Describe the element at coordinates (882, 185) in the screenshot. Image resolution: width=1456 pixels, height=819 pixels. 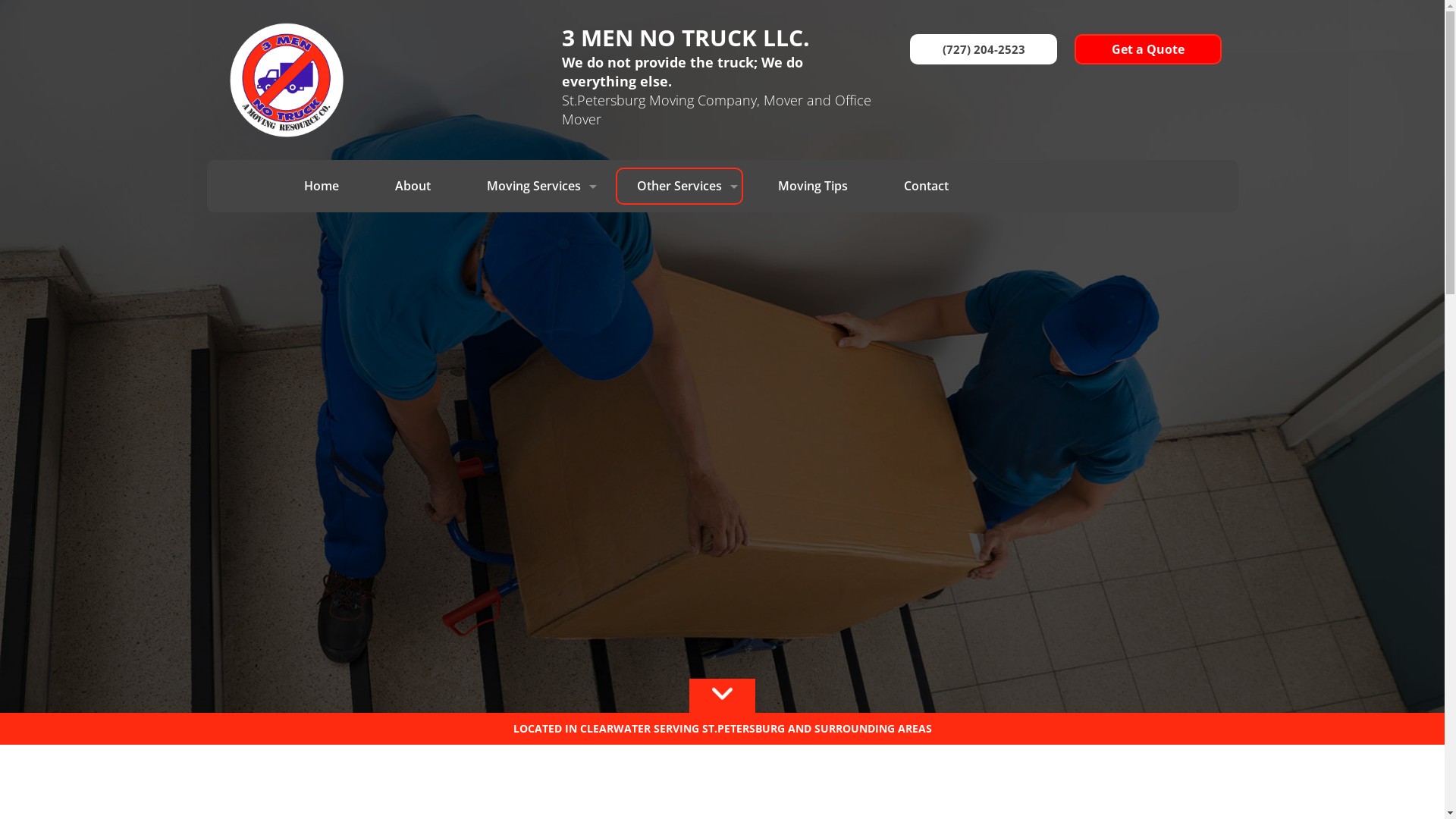
I see `'Contact'` at that location.